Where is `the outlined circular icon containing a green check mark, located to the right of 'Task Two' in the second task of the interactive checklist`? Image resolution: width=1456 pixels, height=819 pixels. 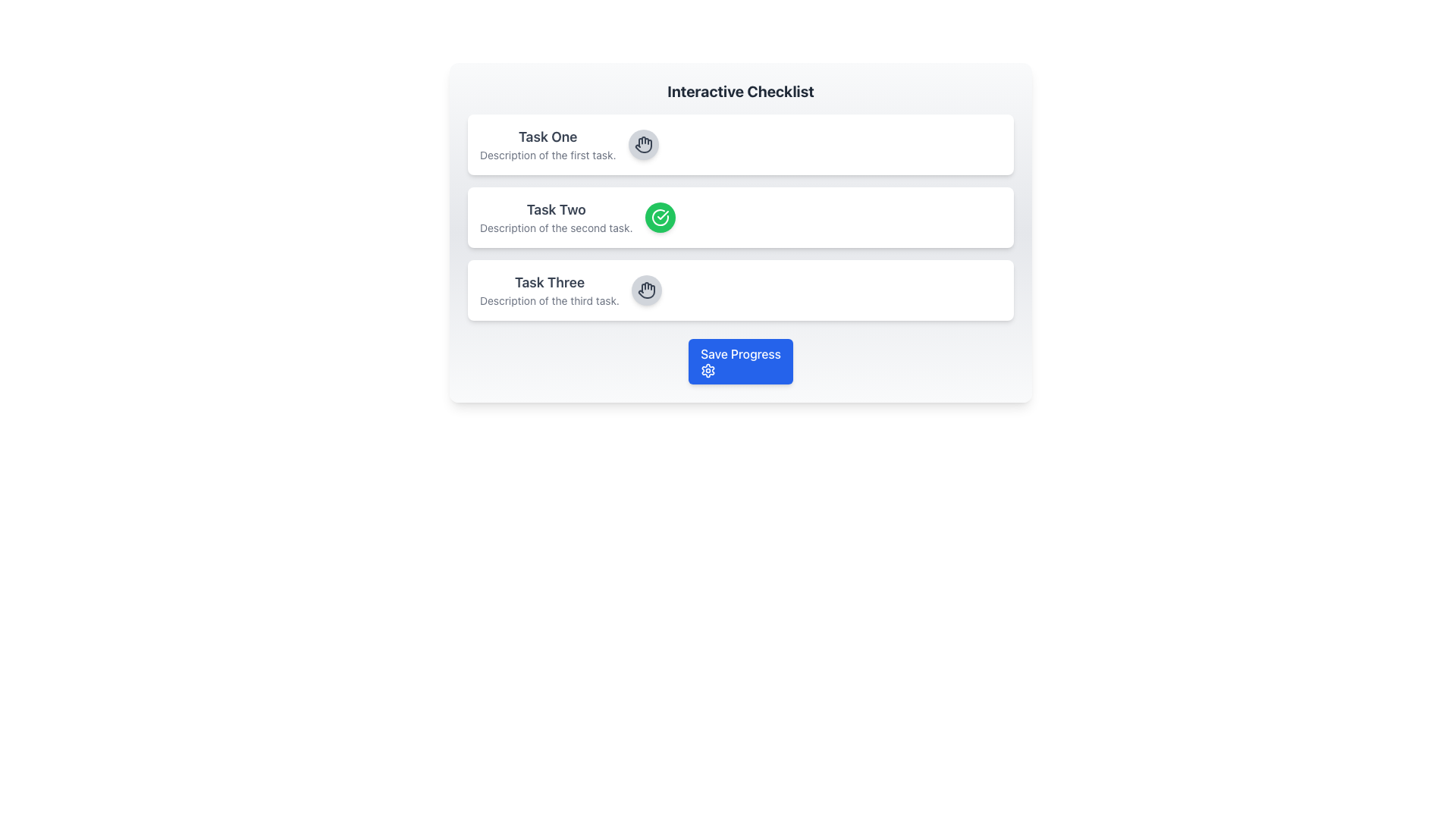 the outlined circular icon containing a green check mark, located to the right of 'Task Two' in the second task of the interactive checklist is located at coordinates (660, 217).